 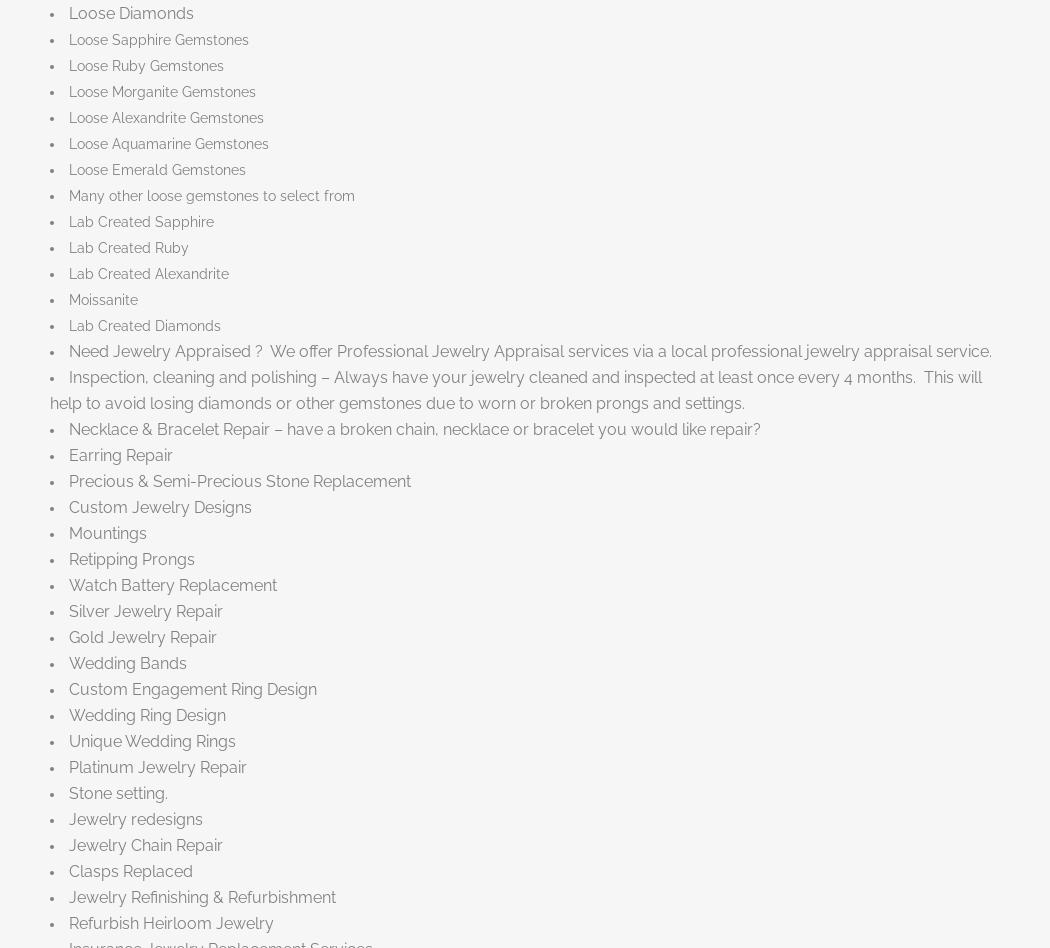 I want to click on 'Unique Wedding Rings', so click(x=152, y=740).